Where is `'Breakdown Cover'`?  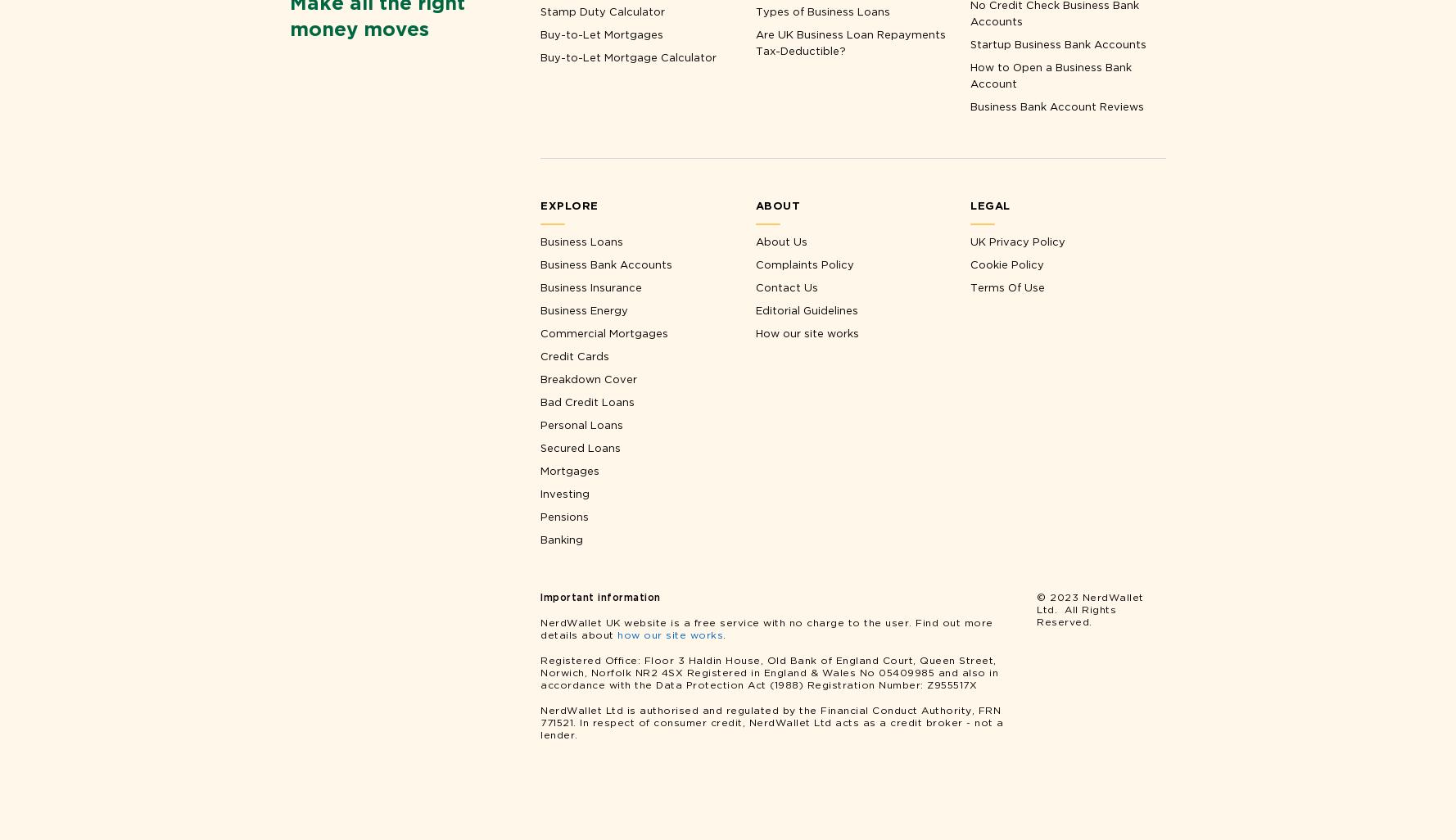 'Breakdown Cover' is located at coordinates (588, 378).